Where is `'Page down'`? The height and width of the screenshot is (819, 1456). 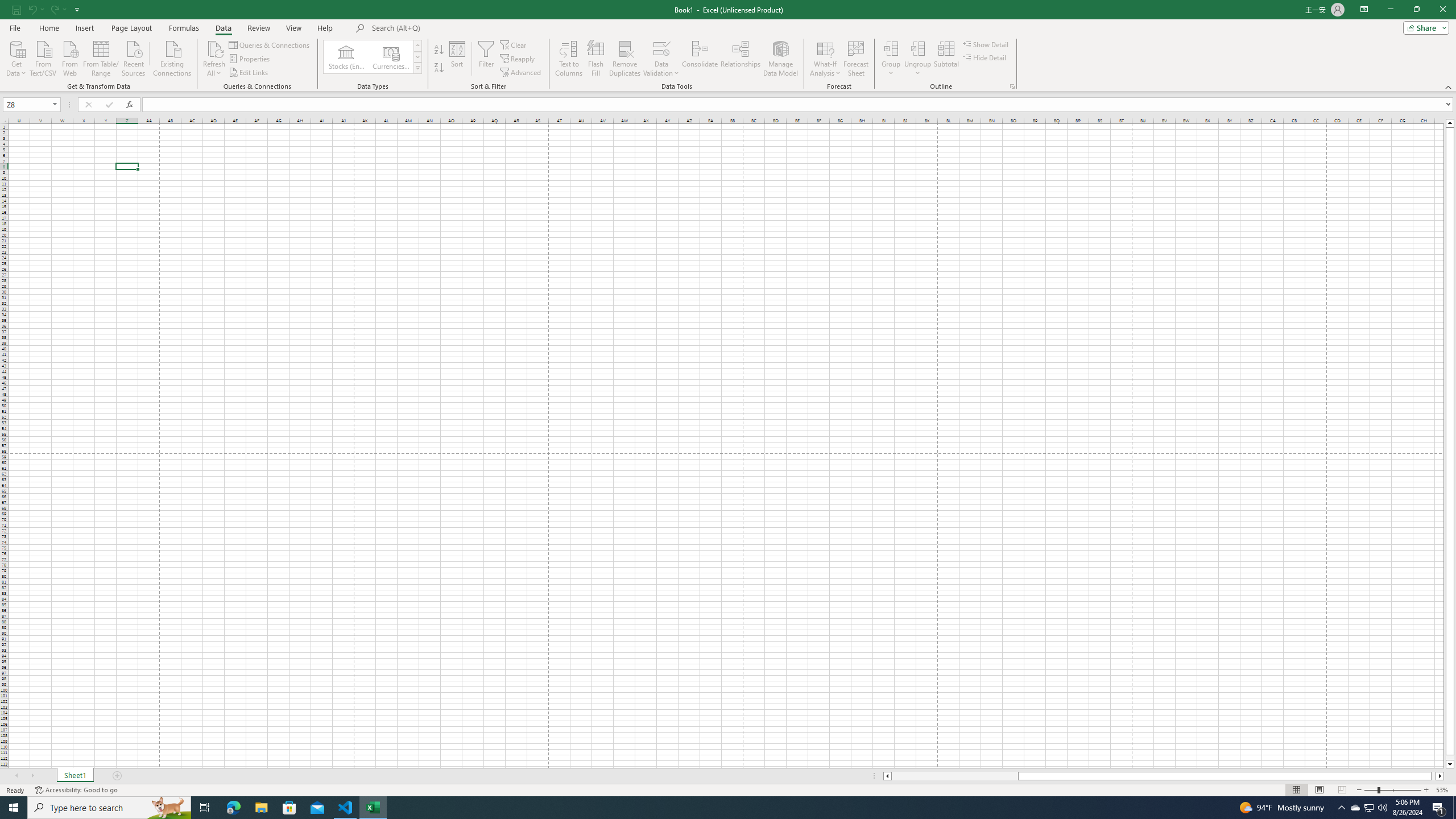 'Page down' is located at coordinates (1449, 758).